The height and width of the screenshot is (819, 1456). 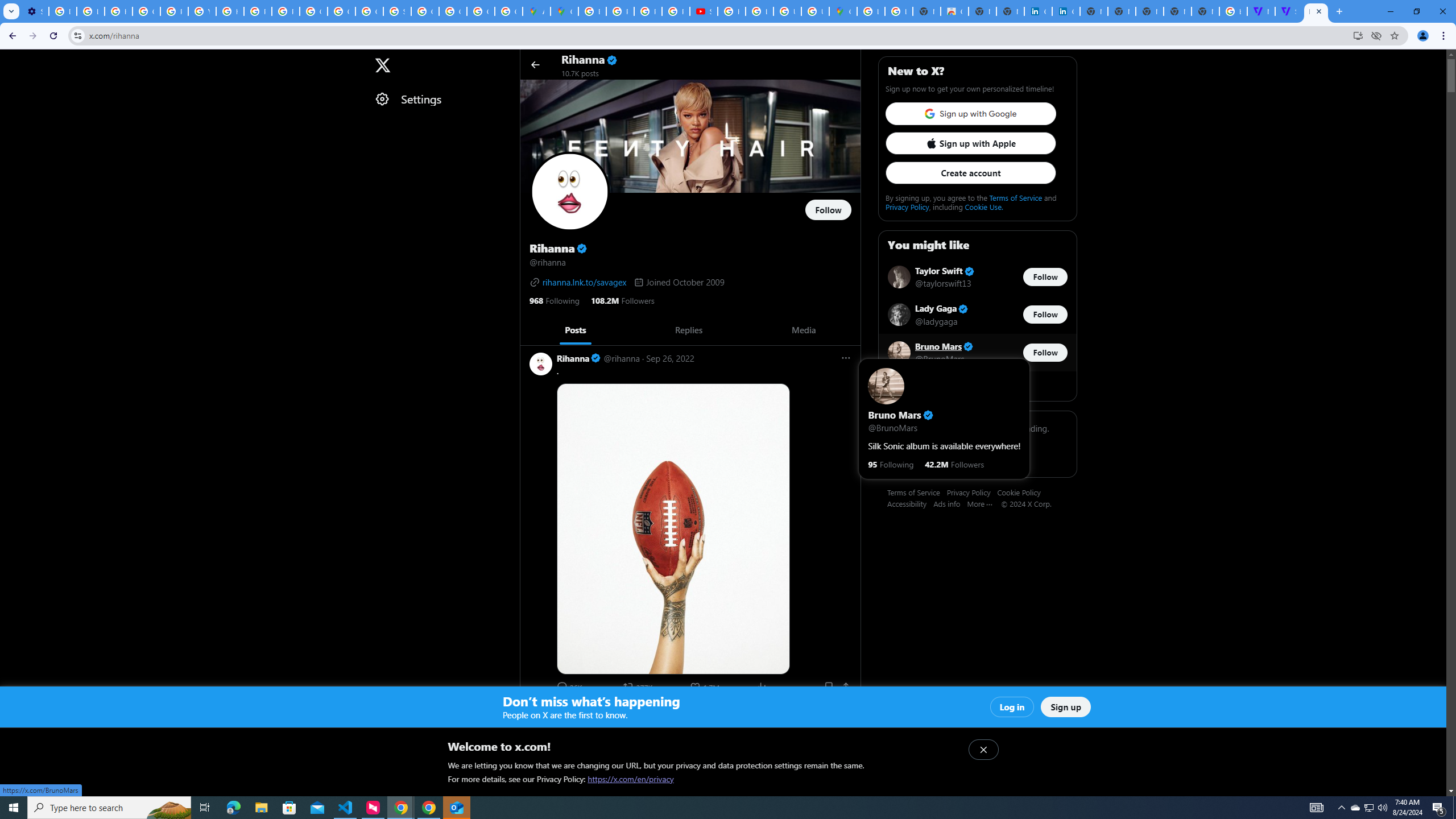 I want to click on '26148 Replies. Reply', so click(x=570, y=686).